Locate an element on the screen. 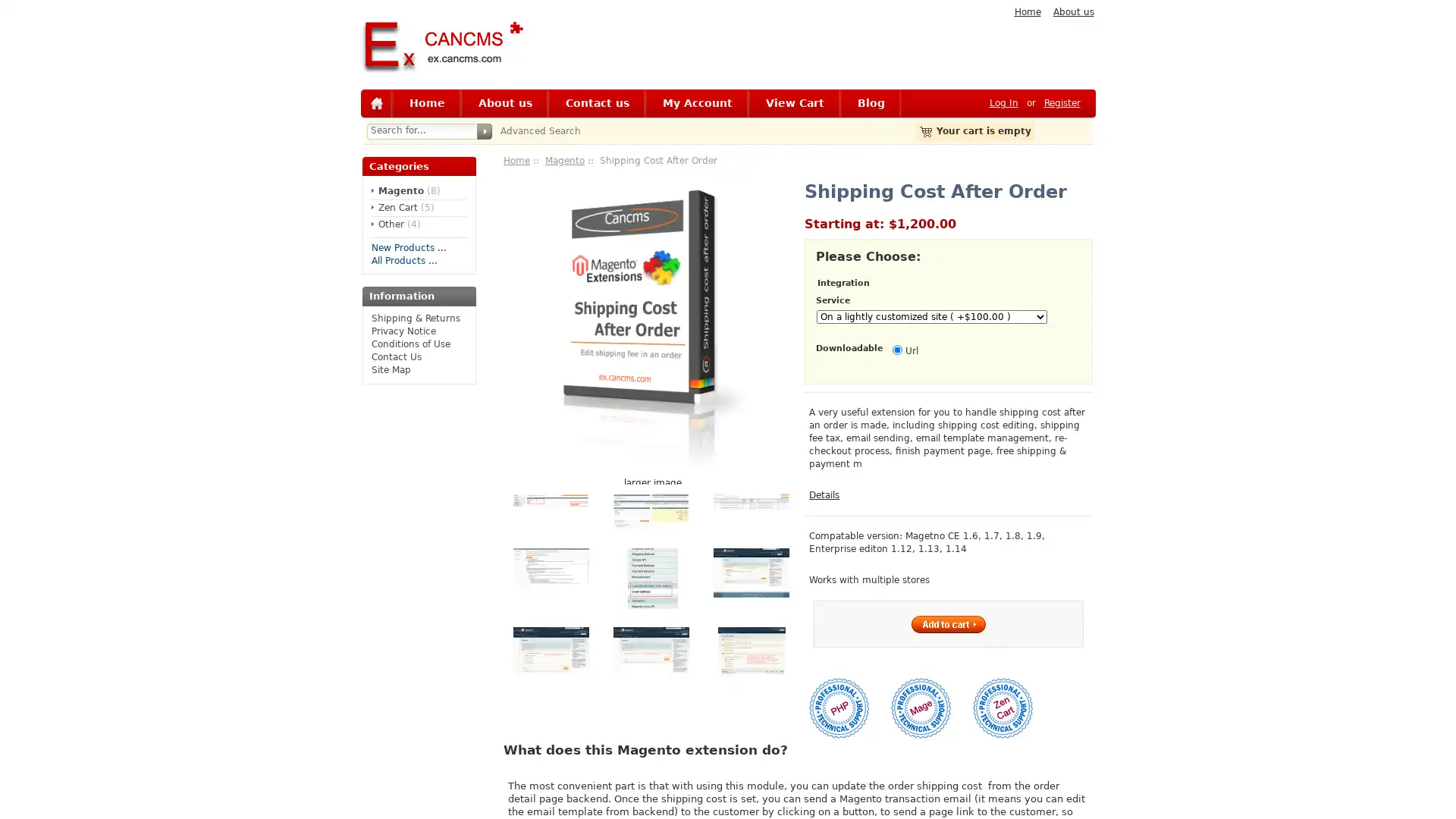 This screenshot has height=819, width=1456. Serch is located at coordinates (483, 130).